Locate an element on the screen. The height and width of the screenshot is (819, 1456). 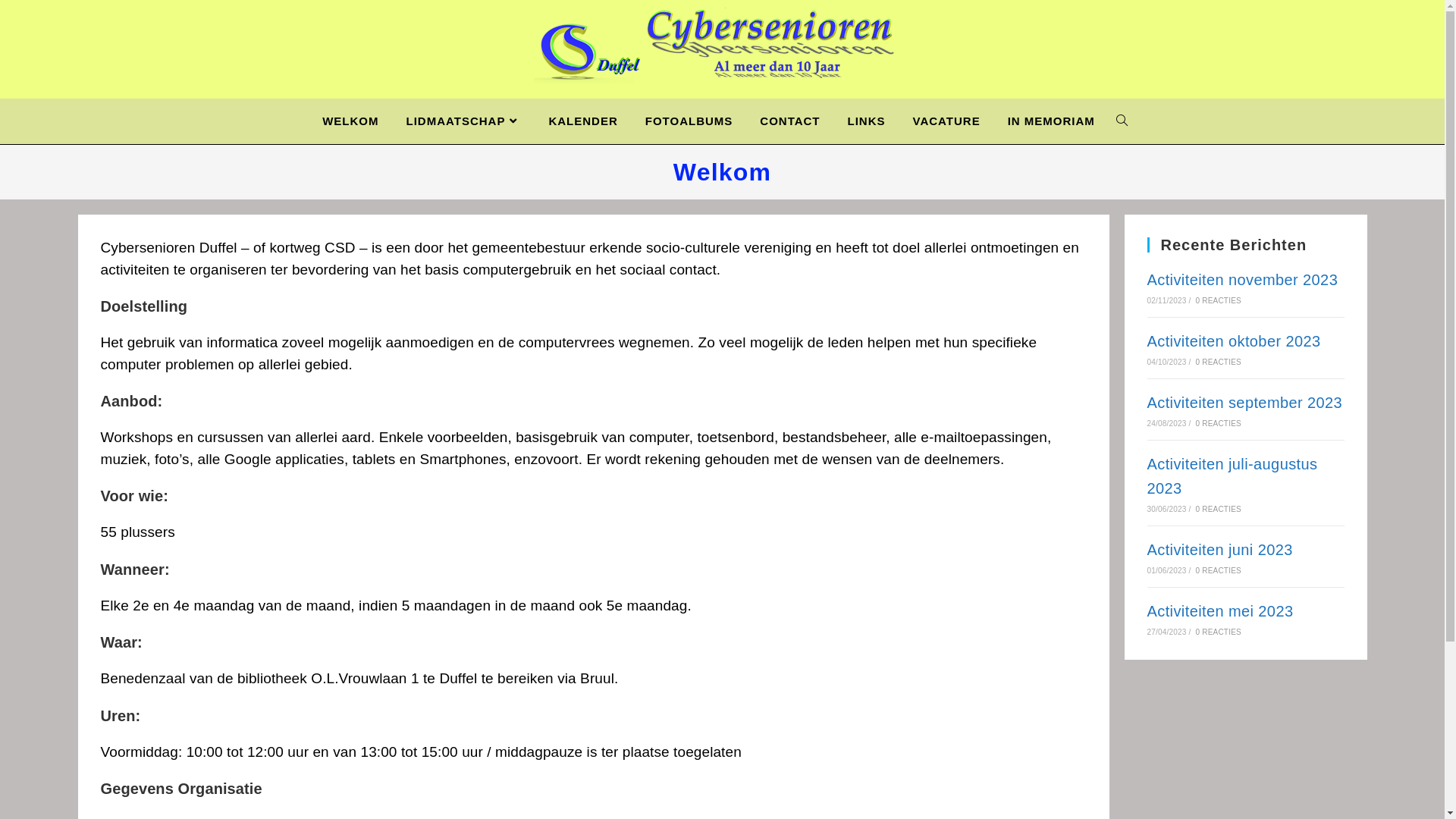
'Activiteiten mei 2023' is located at coordinates (1219, 610).